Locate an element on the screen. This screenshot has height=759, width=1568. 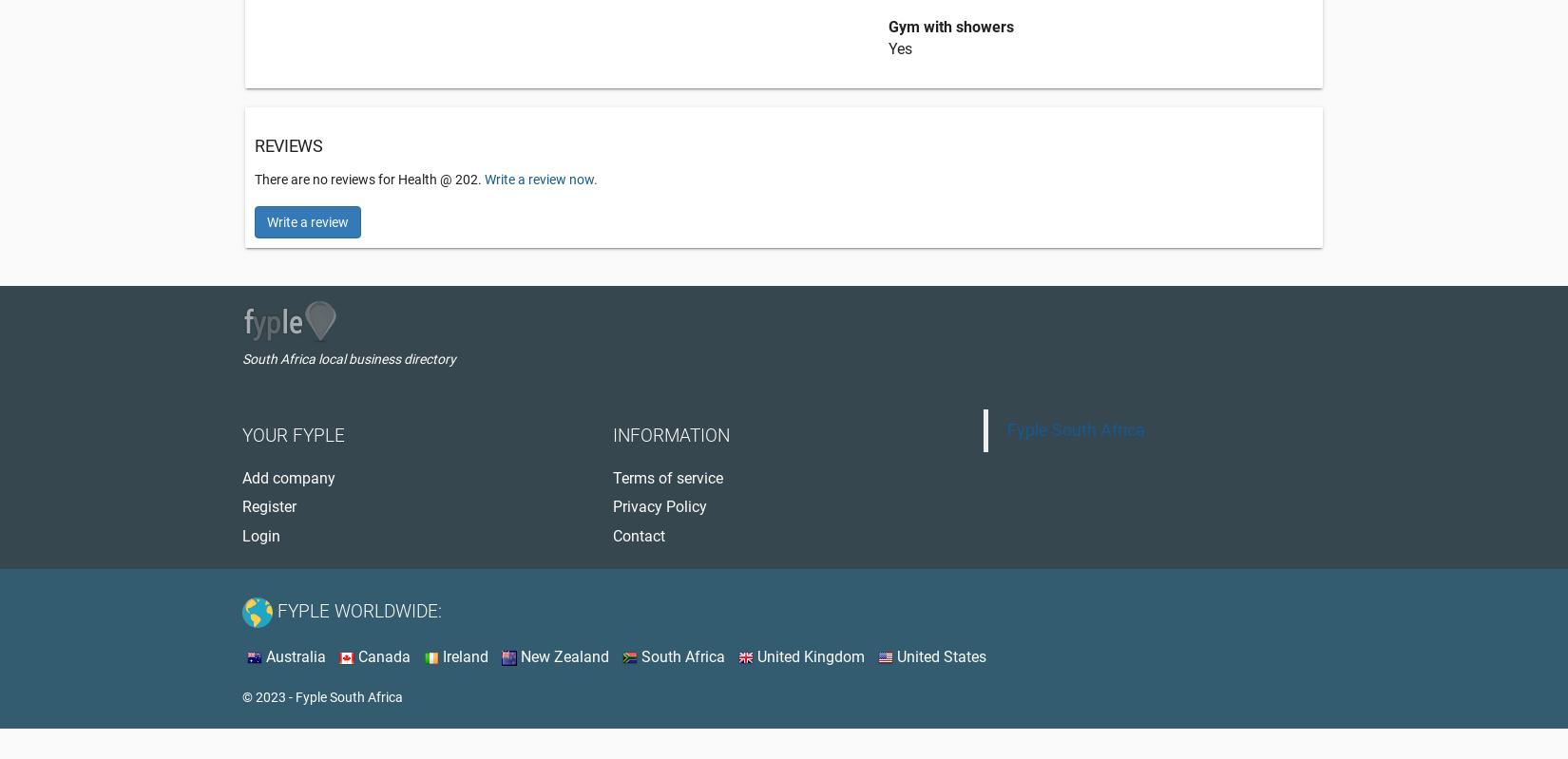
'Privacy Policy' is located at coordinates (659, 505).